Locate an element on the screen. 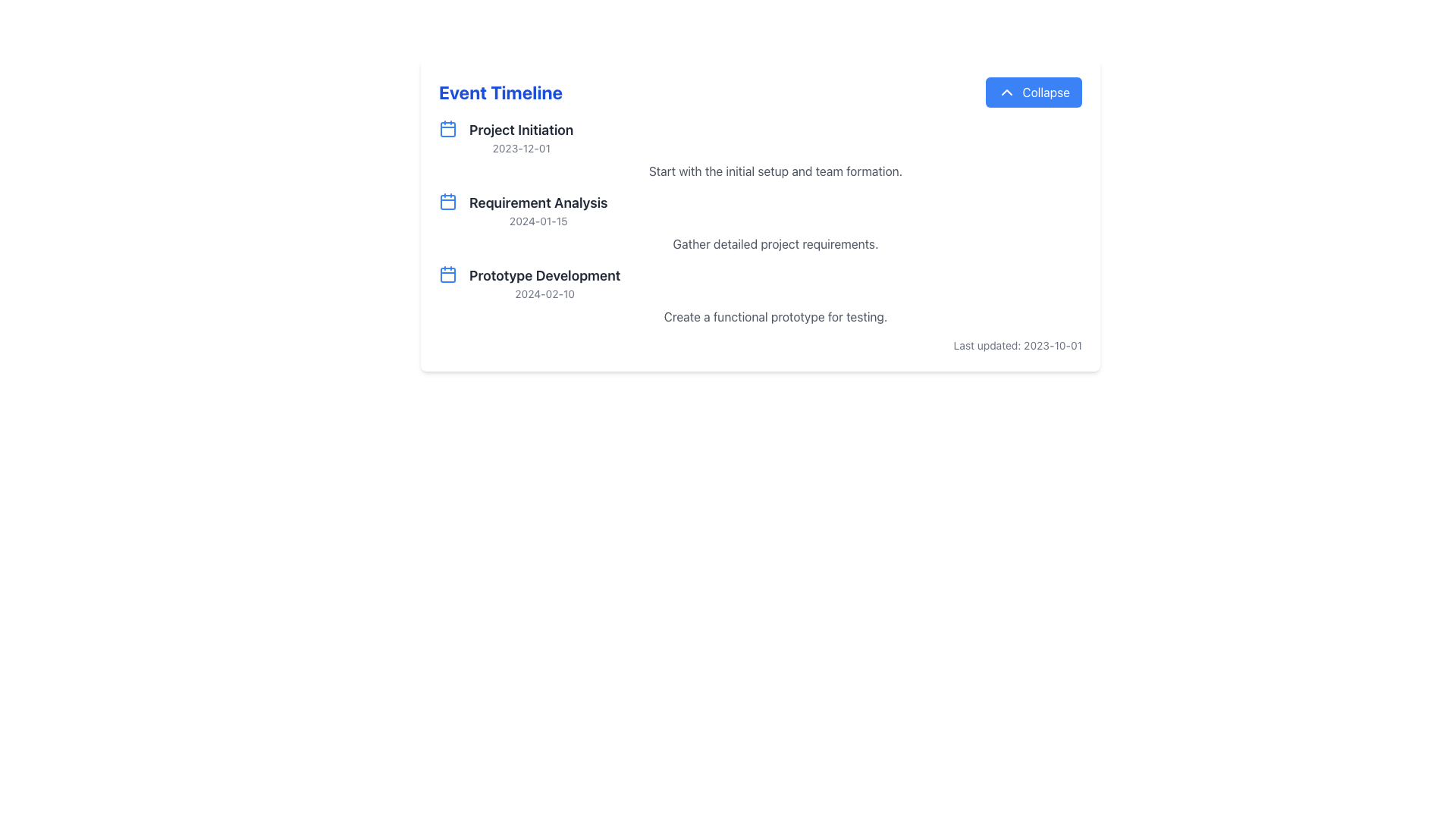  the calendar icon with a blue outline located to the left of the 'Prototype Development' text and date '2024-02-10' is located at coordinates (447, 275).